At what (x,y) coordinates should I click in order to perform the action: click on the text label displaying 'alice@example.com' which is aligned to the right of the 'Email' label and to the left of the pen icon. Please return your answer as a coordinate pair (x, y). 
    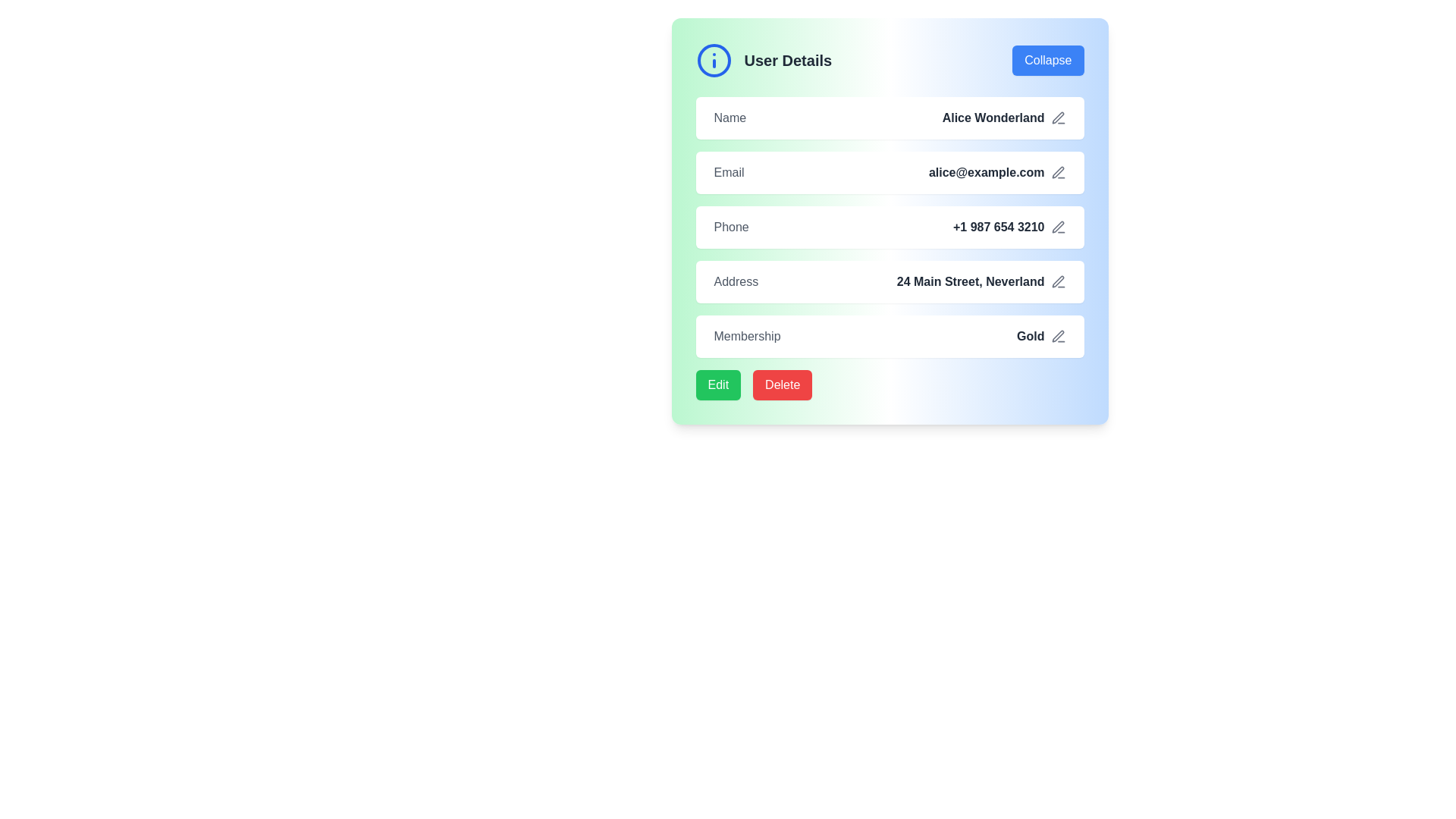
    Looking at the image, I should click on (997, 171).